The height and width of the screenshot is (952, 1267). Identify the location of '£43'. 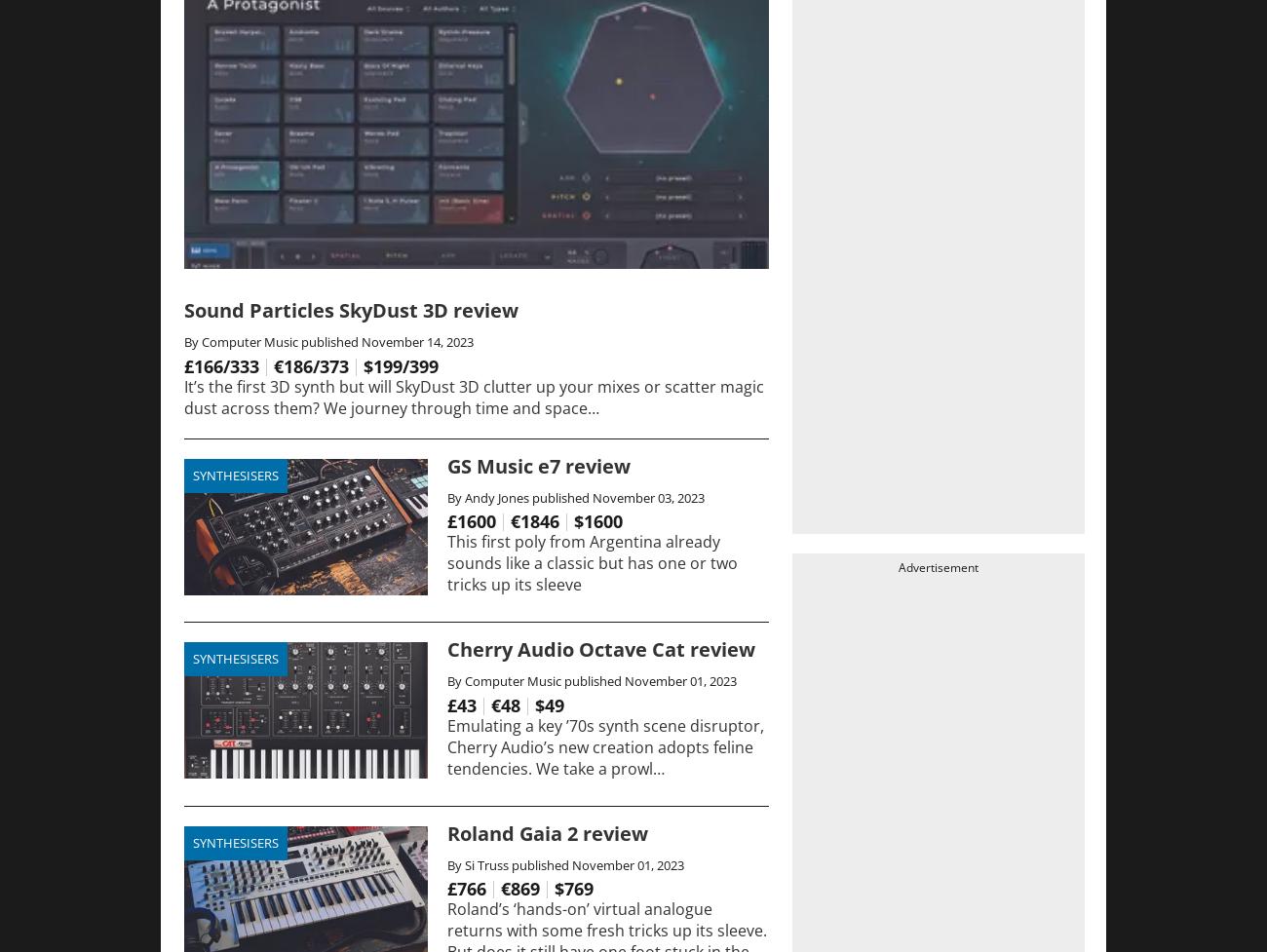
(460, 704).